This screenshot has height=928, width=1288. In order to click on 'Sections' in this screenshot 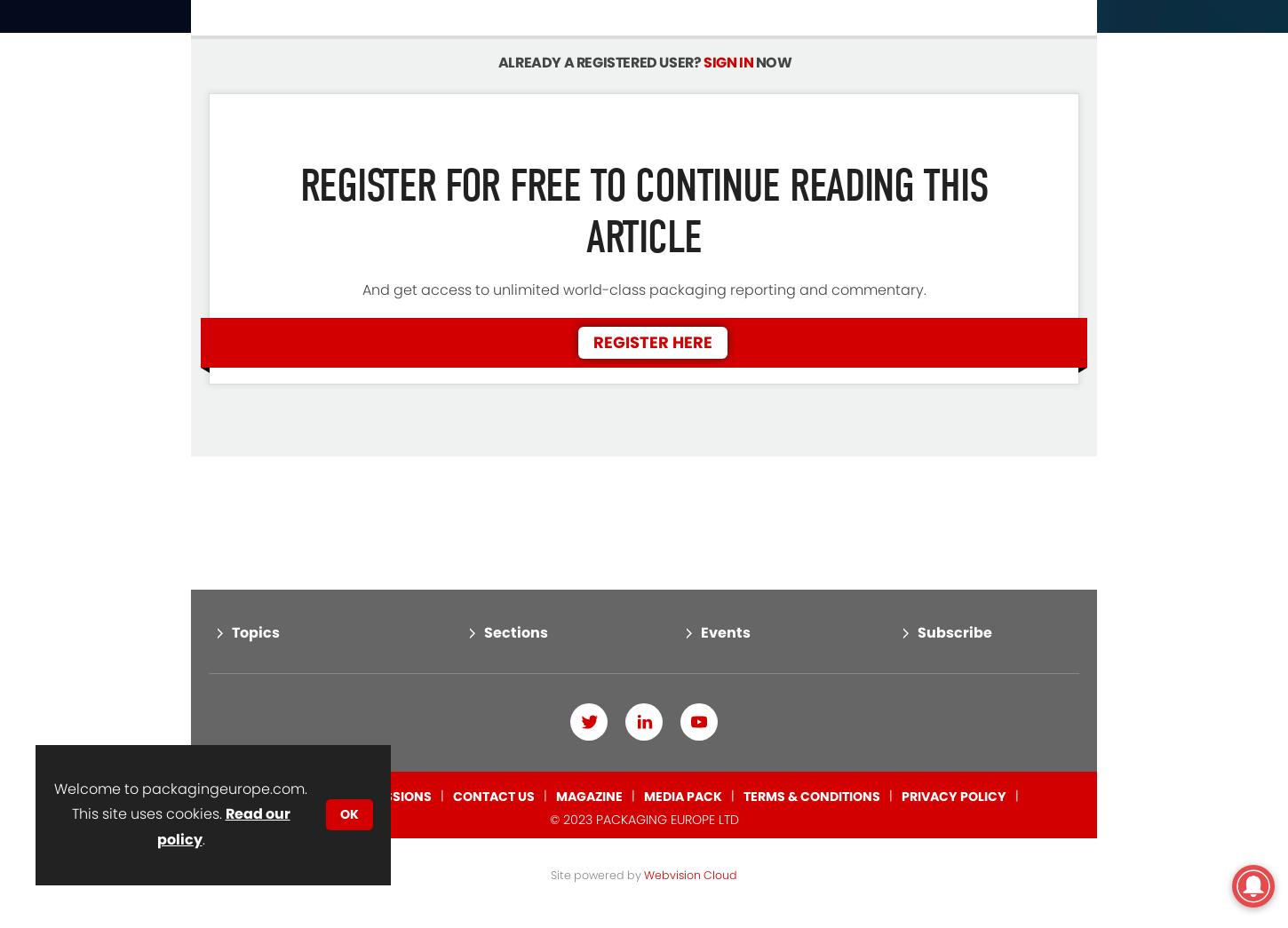, I will do `click(516, 558)`.